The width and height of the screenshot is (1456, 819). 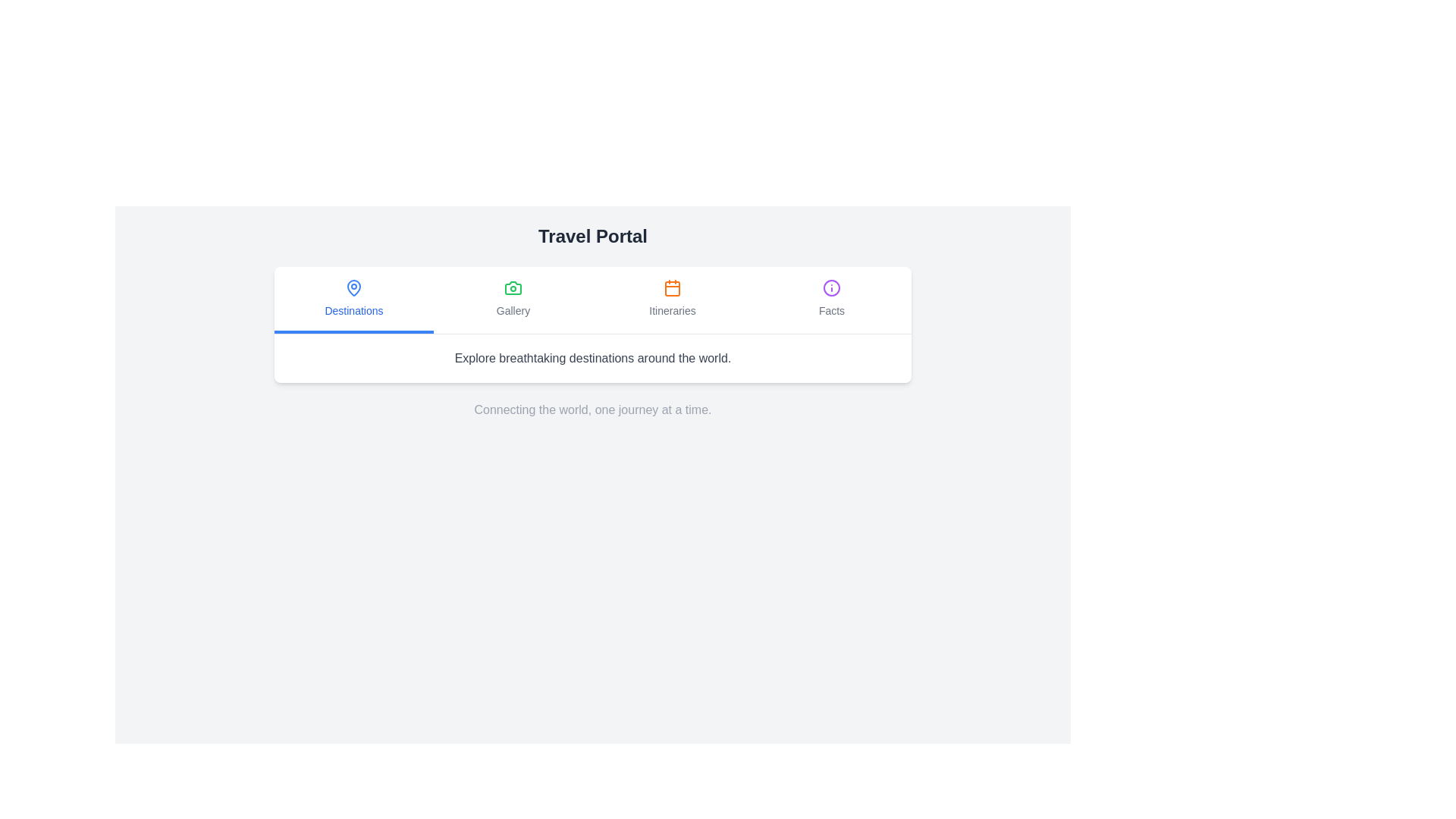 I want to click on the 'Facts' text label located below the information icon in the fourth column of the top navigation section, so click(x=830, y=309).